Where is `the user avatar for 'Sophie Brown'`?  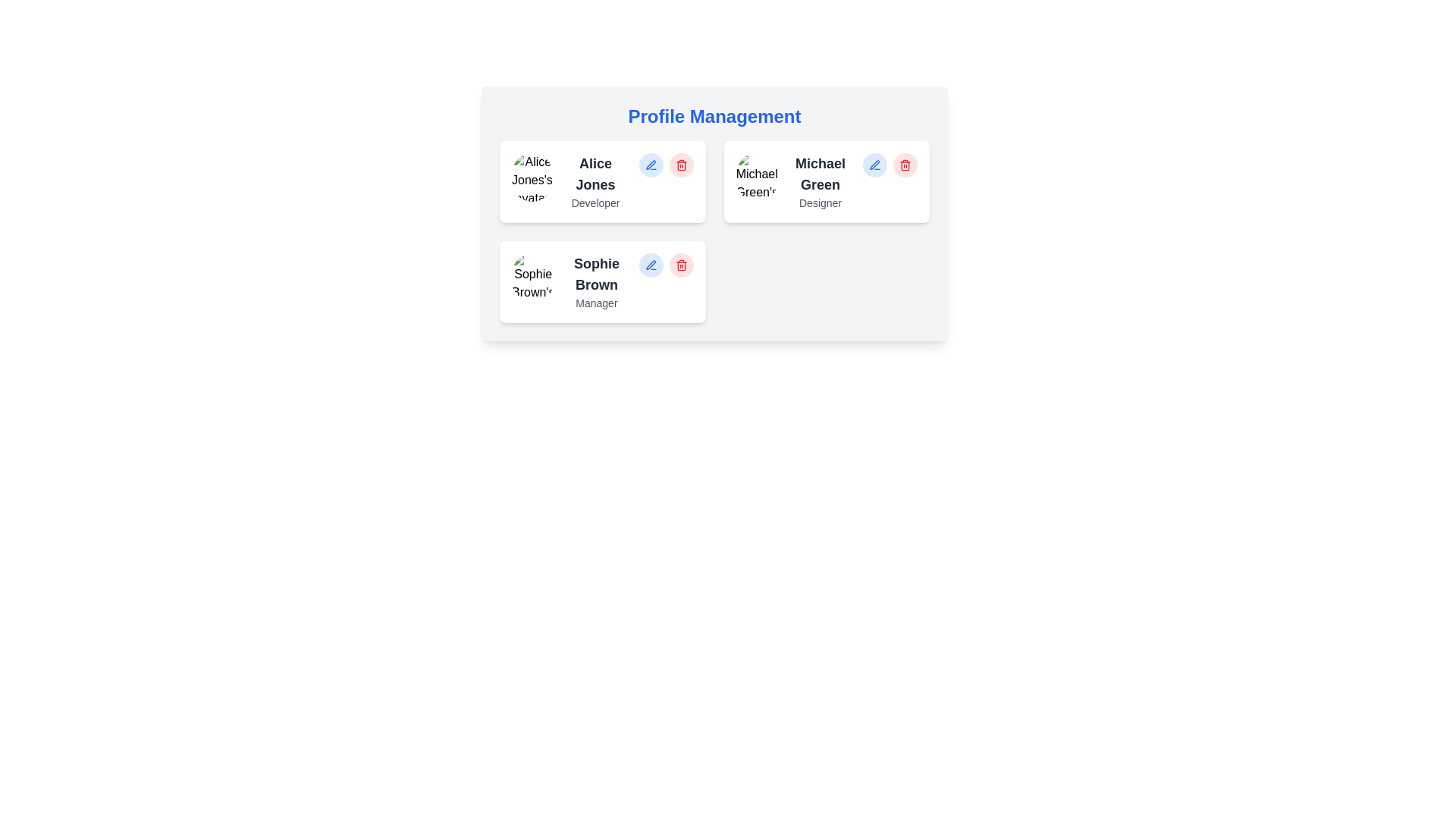
the user avatar for 'Sophie Brown' is located at coordinates (533, 278).